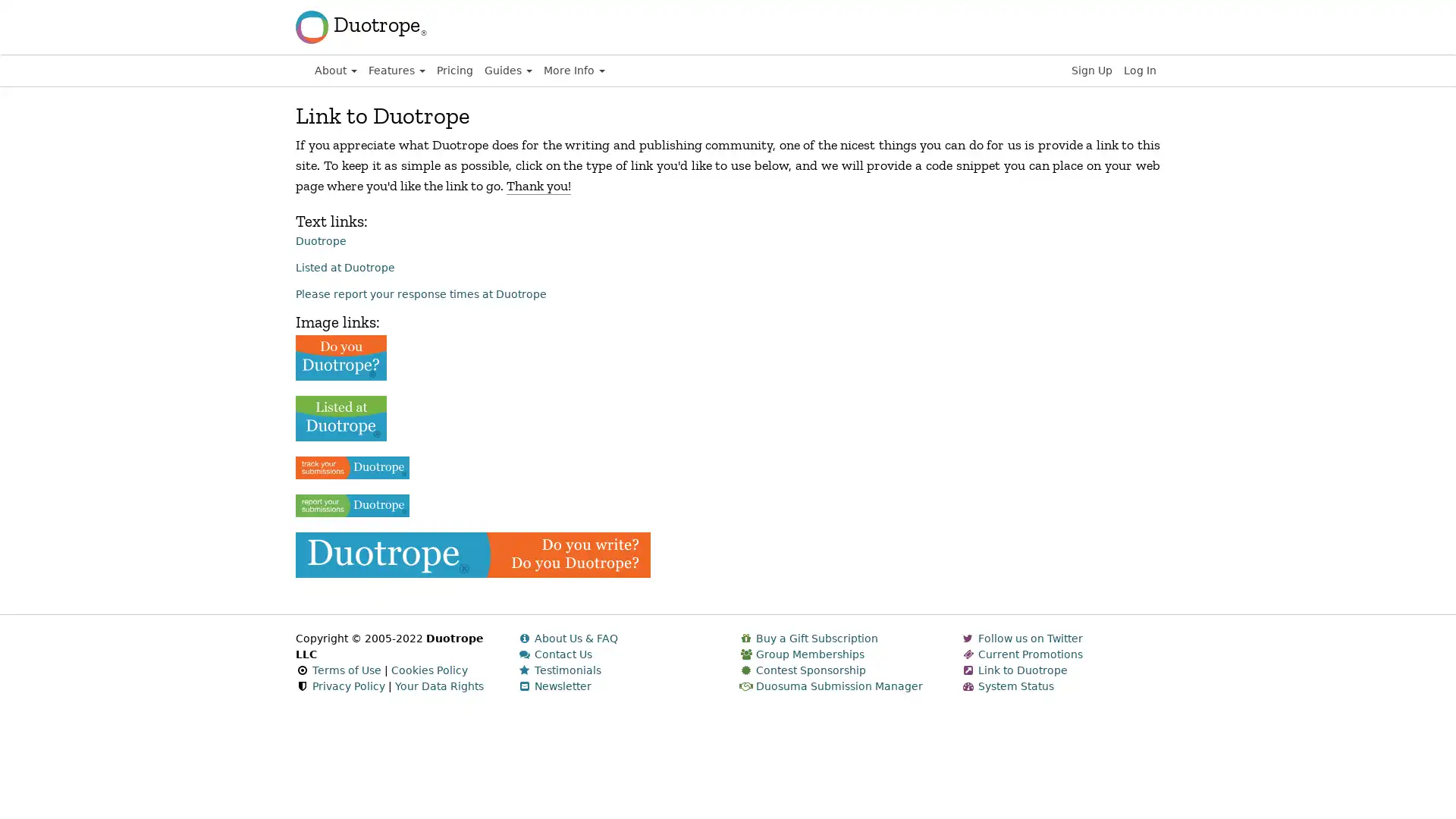 This screenshot has height=819, width=1456. I want to click on Submit, so click(340, 356).